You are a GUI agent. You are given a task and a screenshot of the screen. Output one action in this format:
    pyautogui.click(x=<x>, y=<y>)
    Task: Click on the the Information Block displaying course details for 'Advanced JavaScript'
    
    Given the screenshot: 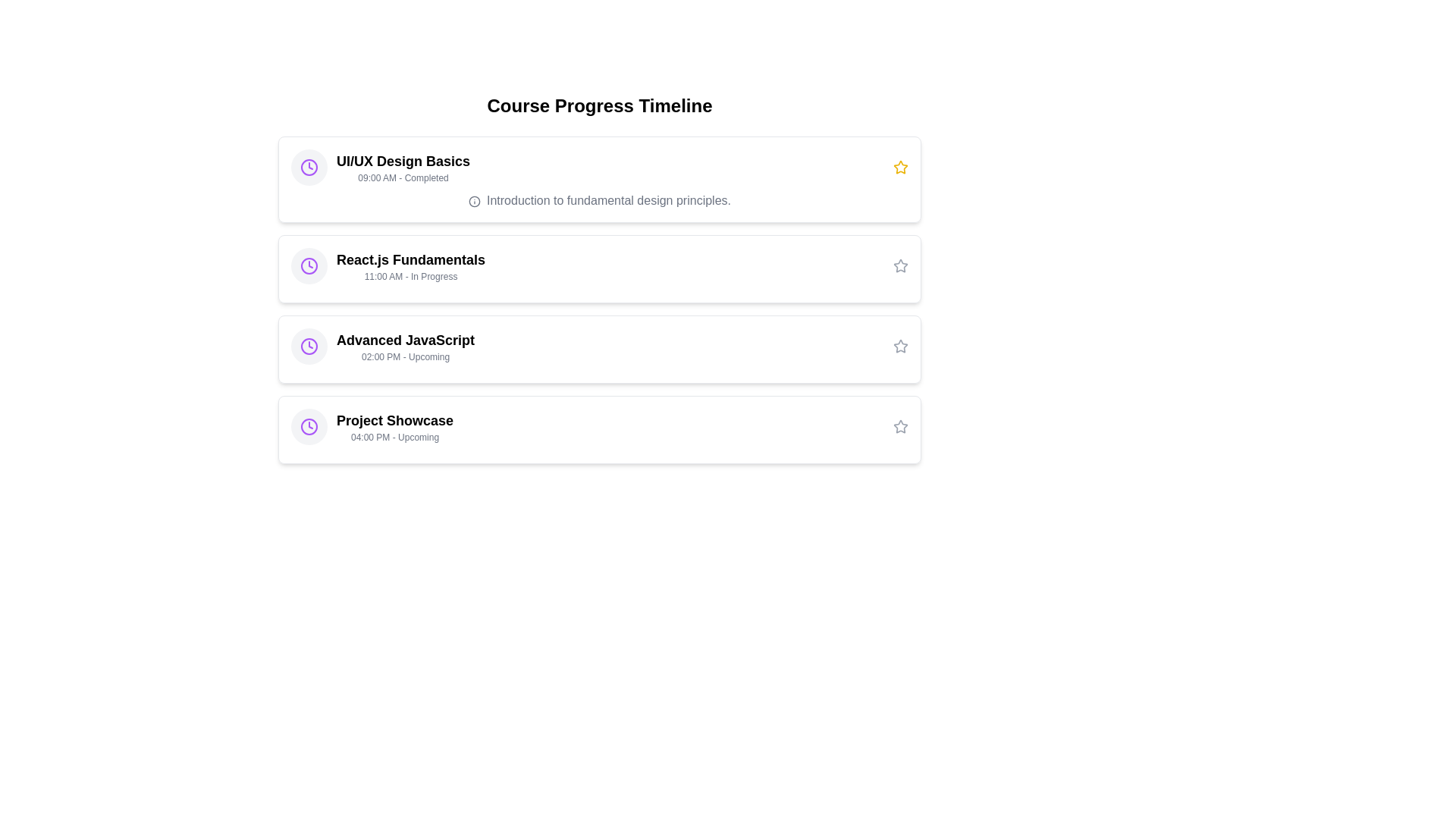 What is the action you would take?
    pyautogui.click(x=382, y=346)
    